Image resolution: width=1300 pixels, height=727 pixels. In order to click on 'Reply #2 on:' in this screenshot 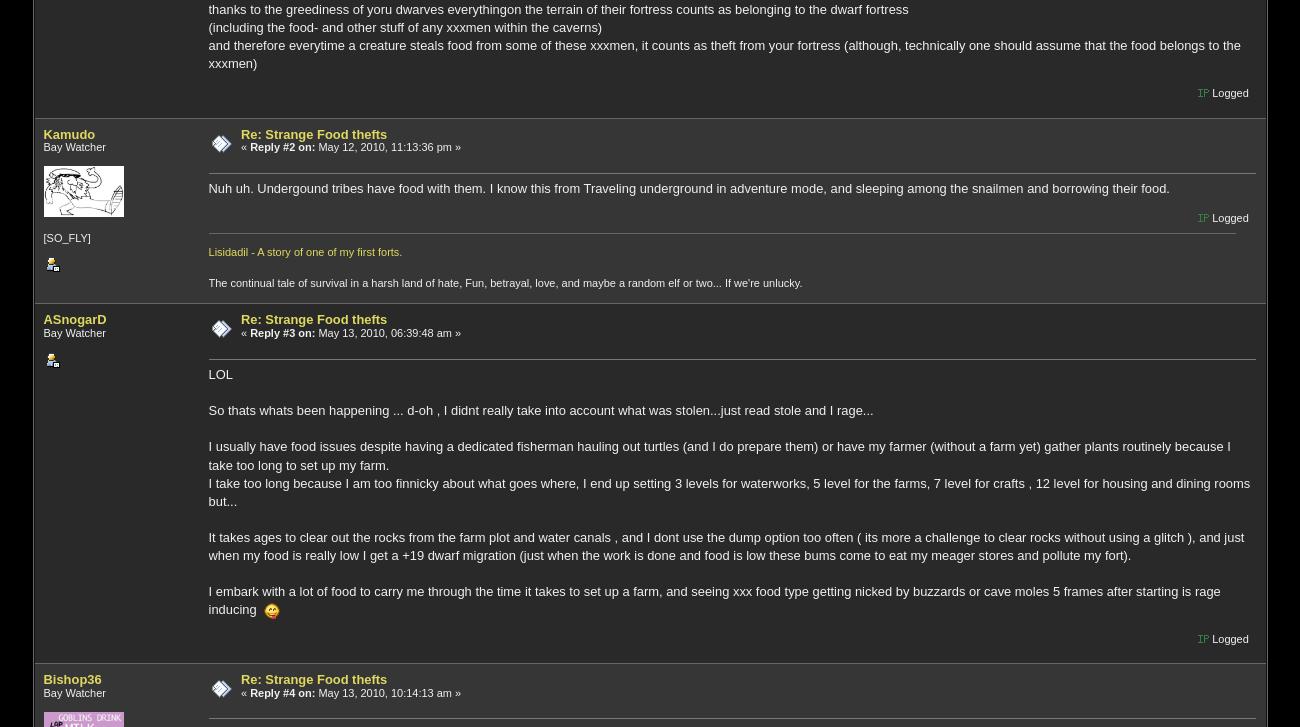, I will do `click(282, 146)`.